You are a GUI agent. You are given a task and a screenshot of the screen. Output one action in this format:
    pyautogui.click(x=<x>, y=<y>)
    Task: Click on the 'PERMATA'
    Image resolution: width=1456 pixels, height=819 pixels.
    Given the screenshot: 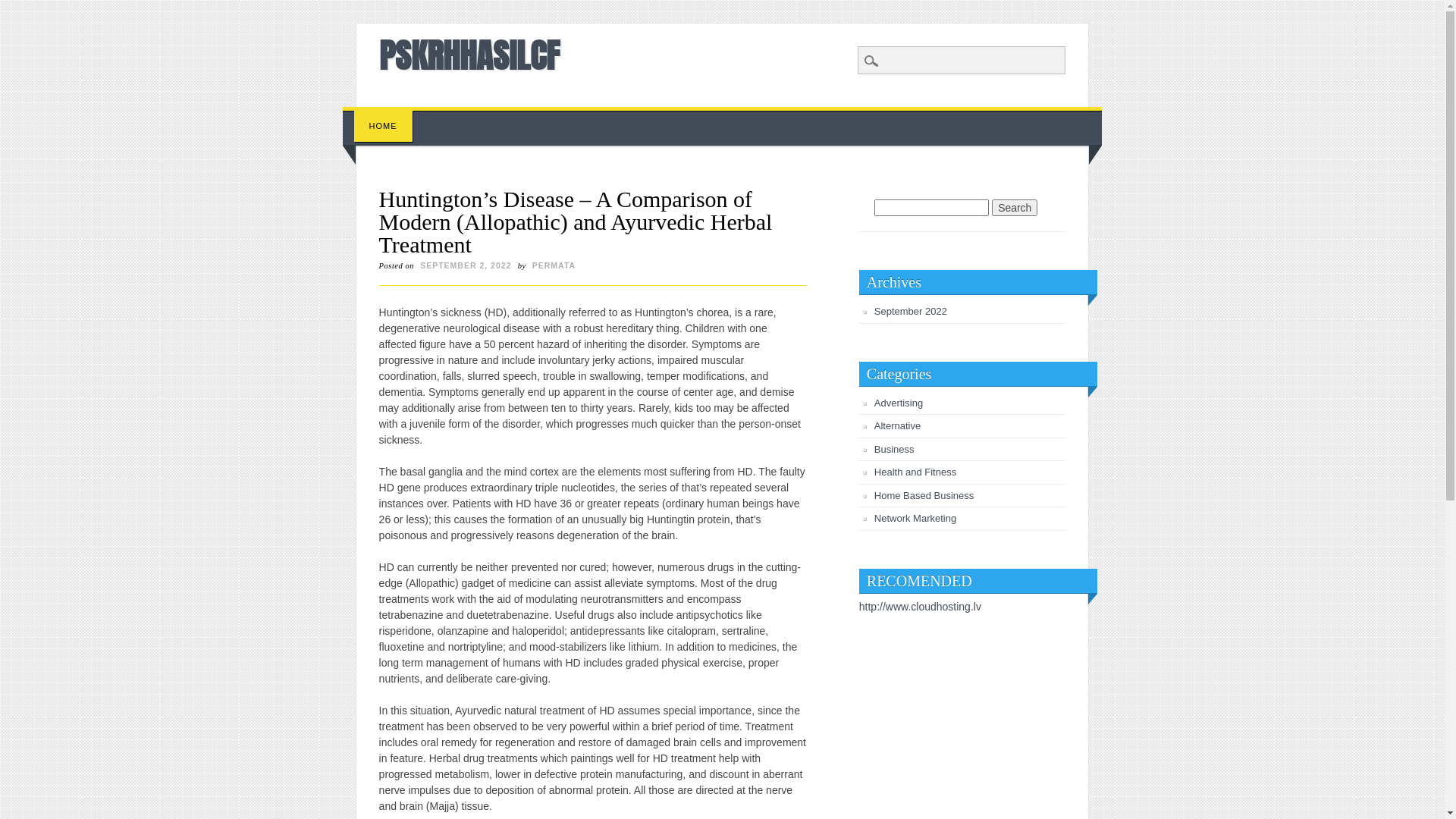 What is the action you would take?
    pyautogui.click(x=553, y=265)
    